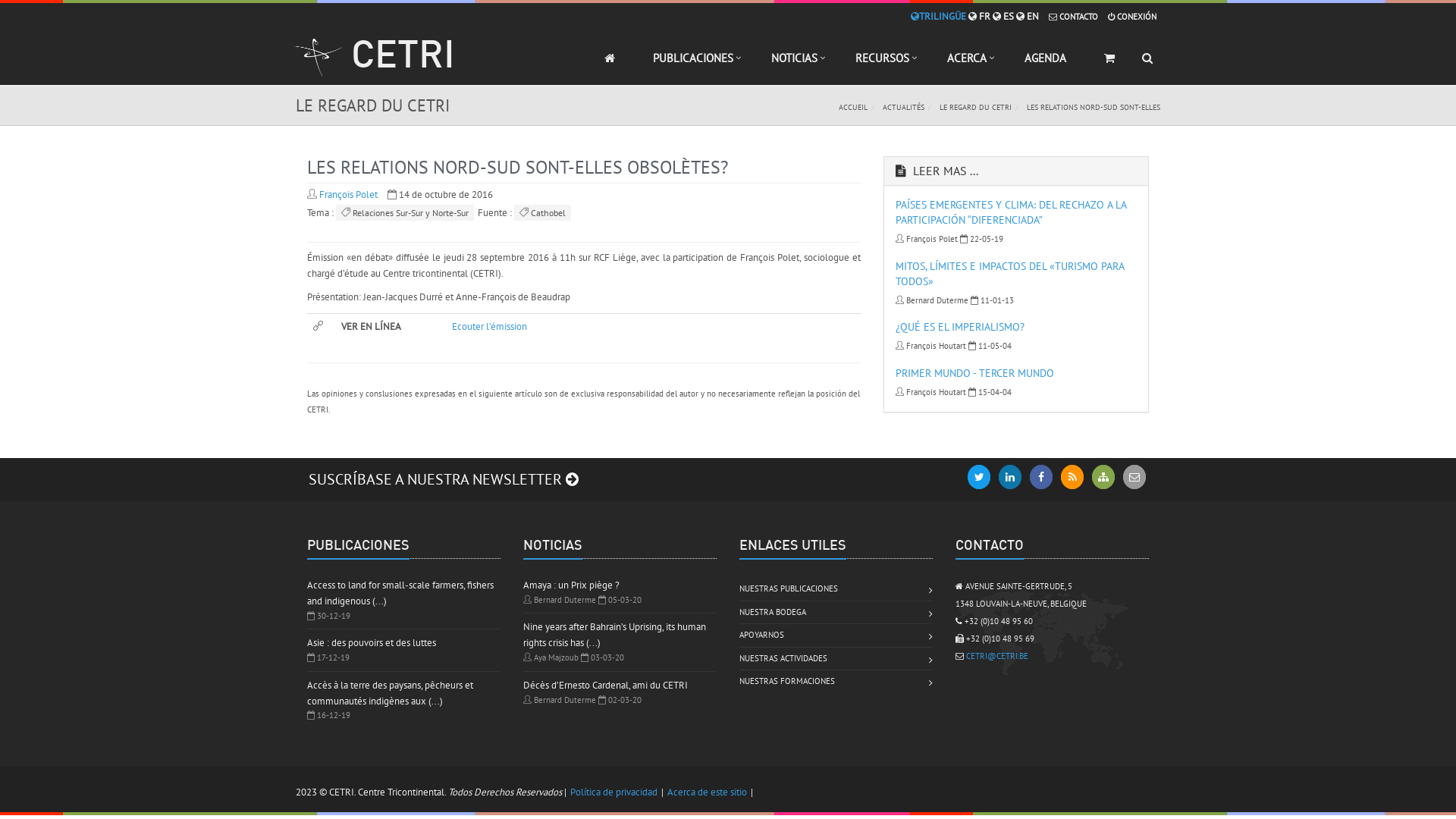  What do you see at coordinates (513, 212) in the screenshot?
I see `'Cathobel'` at bounding box center [513, 212].